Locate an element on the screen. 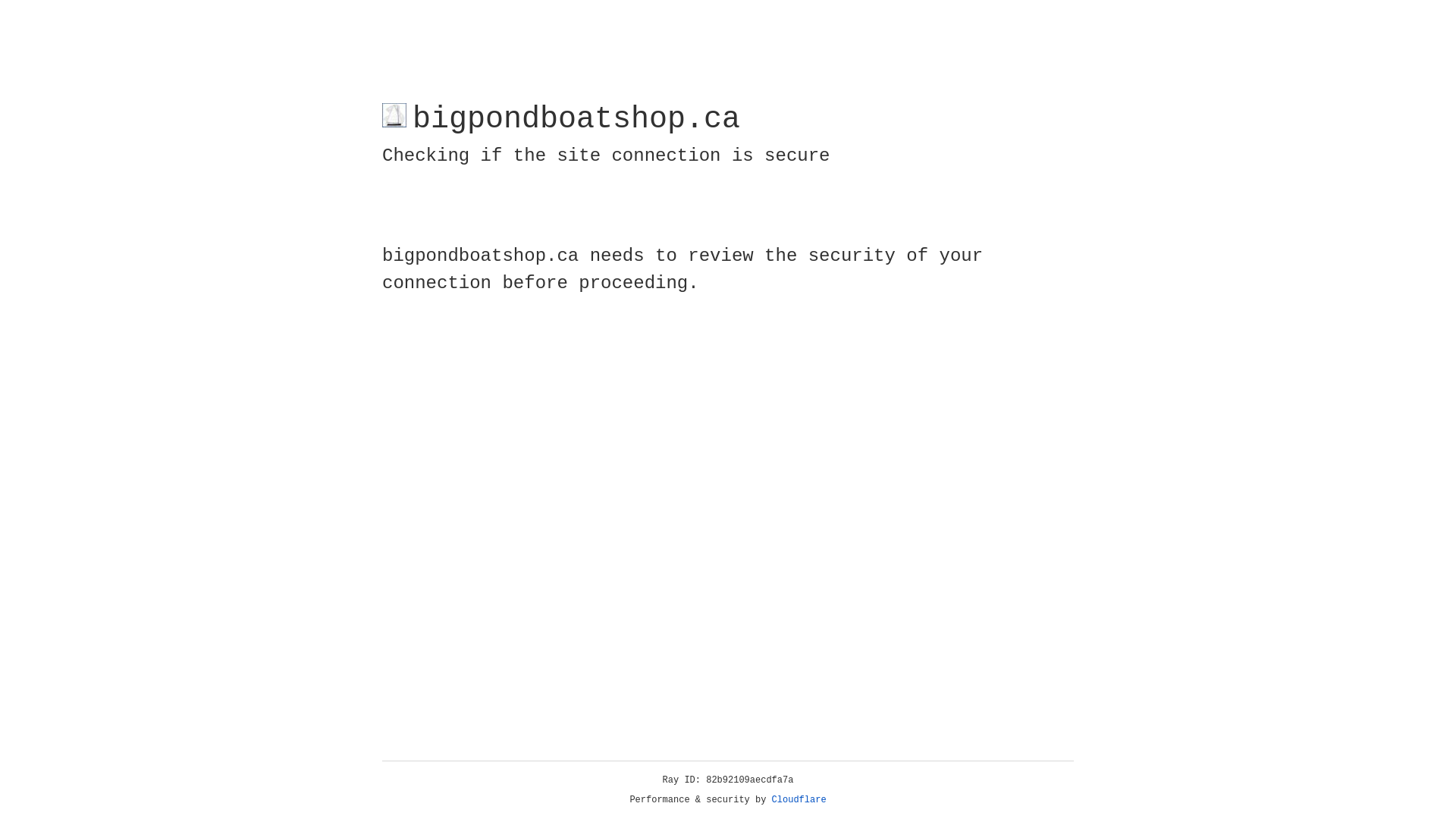  'Cloudflare' is located at coordinates (799, 799).